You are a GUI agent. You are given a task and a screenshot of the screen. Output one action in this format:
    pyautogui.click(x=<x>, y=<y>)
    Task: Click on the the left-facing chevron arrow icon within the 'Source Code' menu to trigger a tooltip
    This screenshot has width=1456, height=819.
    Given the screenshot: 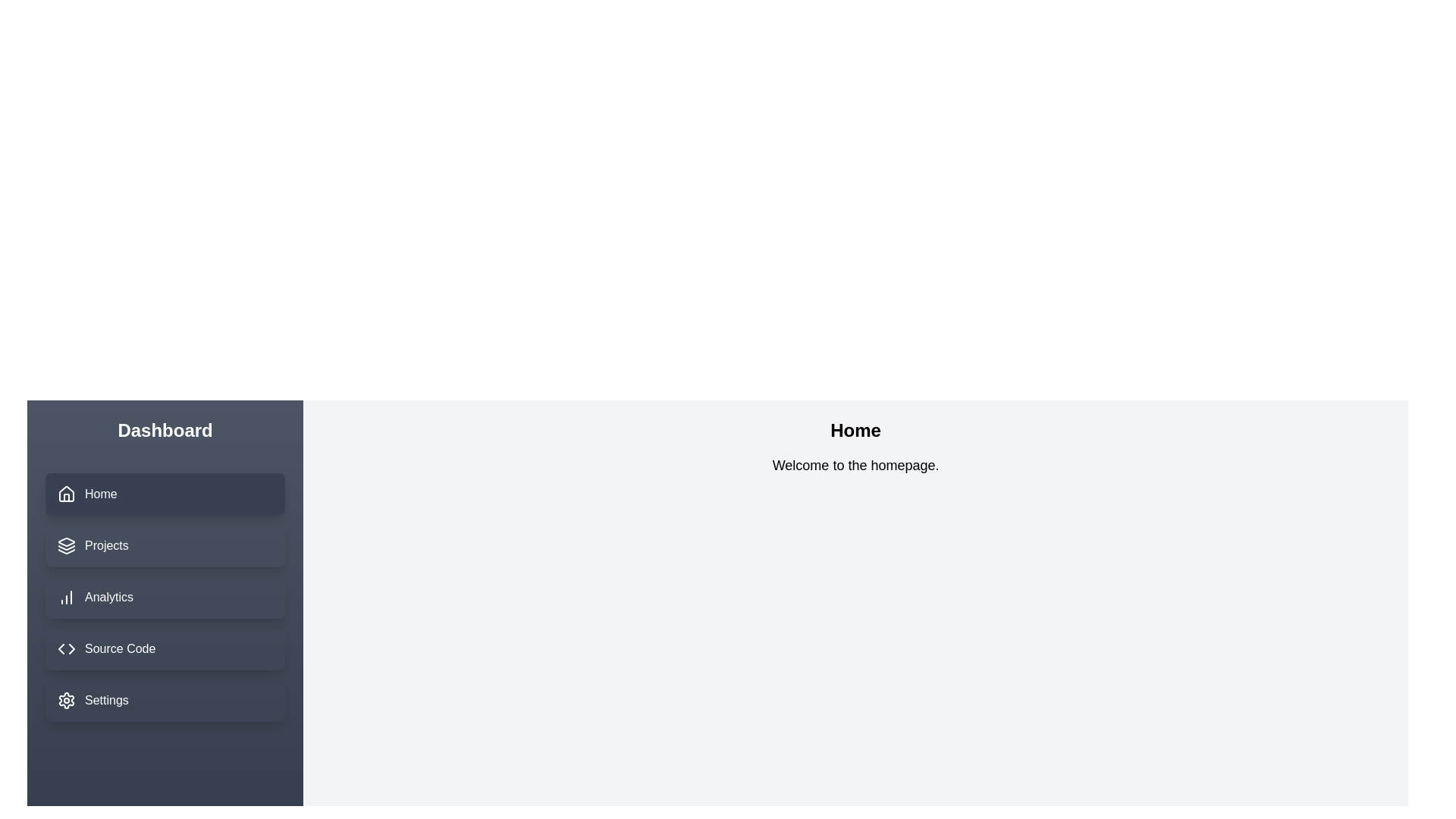 What is the action you would take?
    pyautogui.click(x=61, y=648)
    